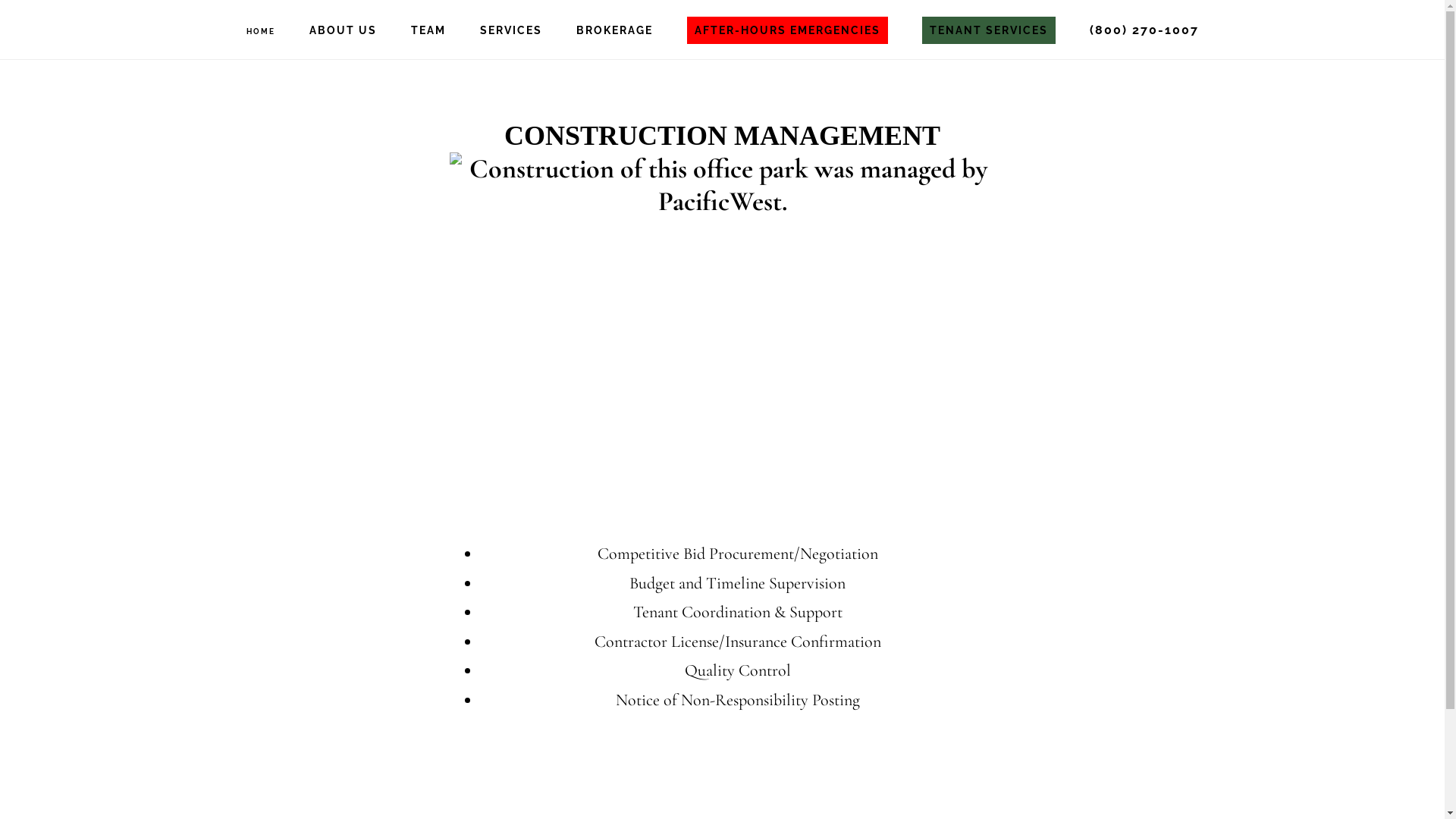 Image resolution: width=1456 pixels, height=819 pixels. Describe the element at coordinates (259, 32) in the screenshot. I see `'HOME'` at that location.